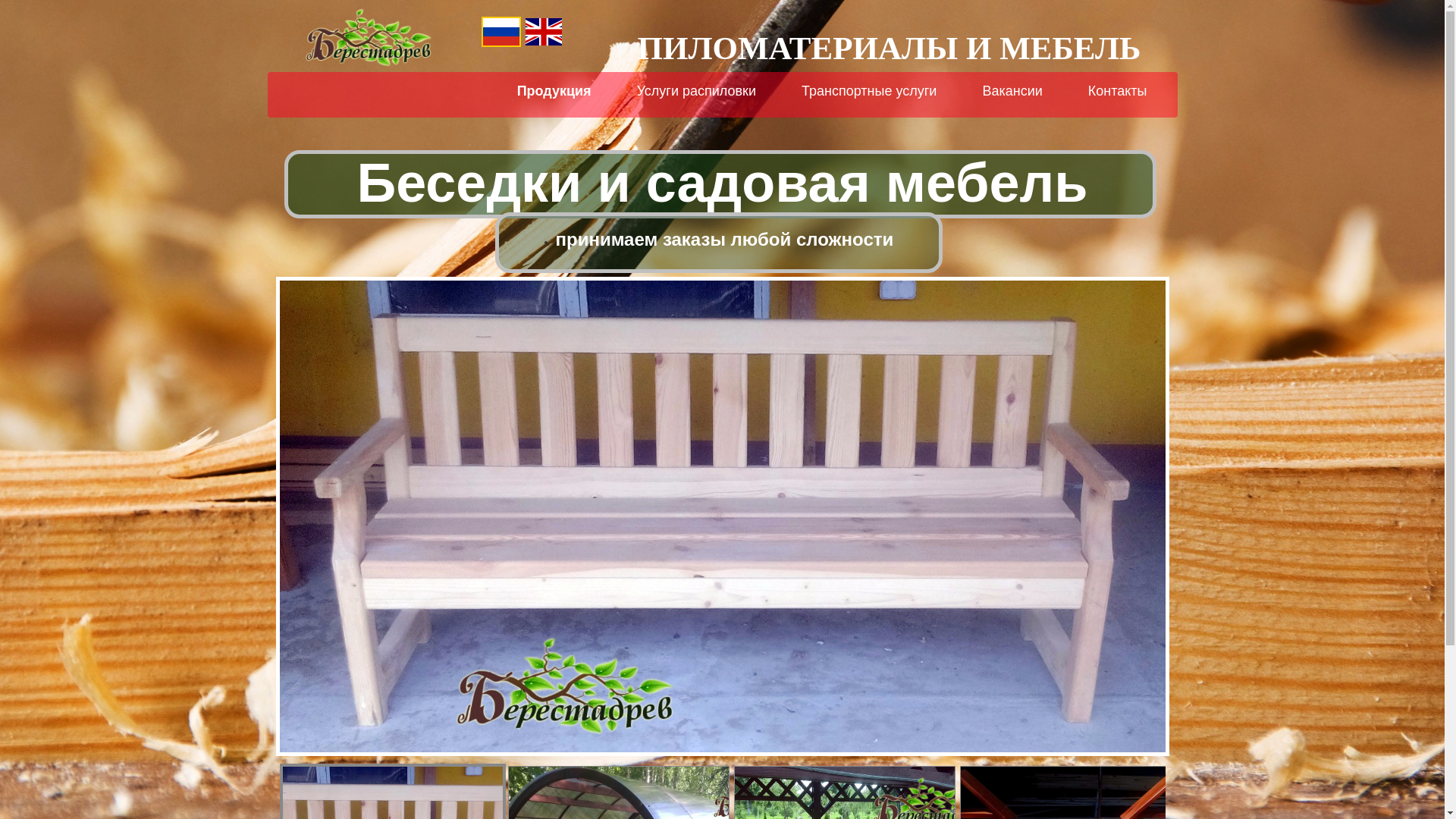  Describe the element at coordinates (542, 32) in the screenshot. I see `'English'` at that location.